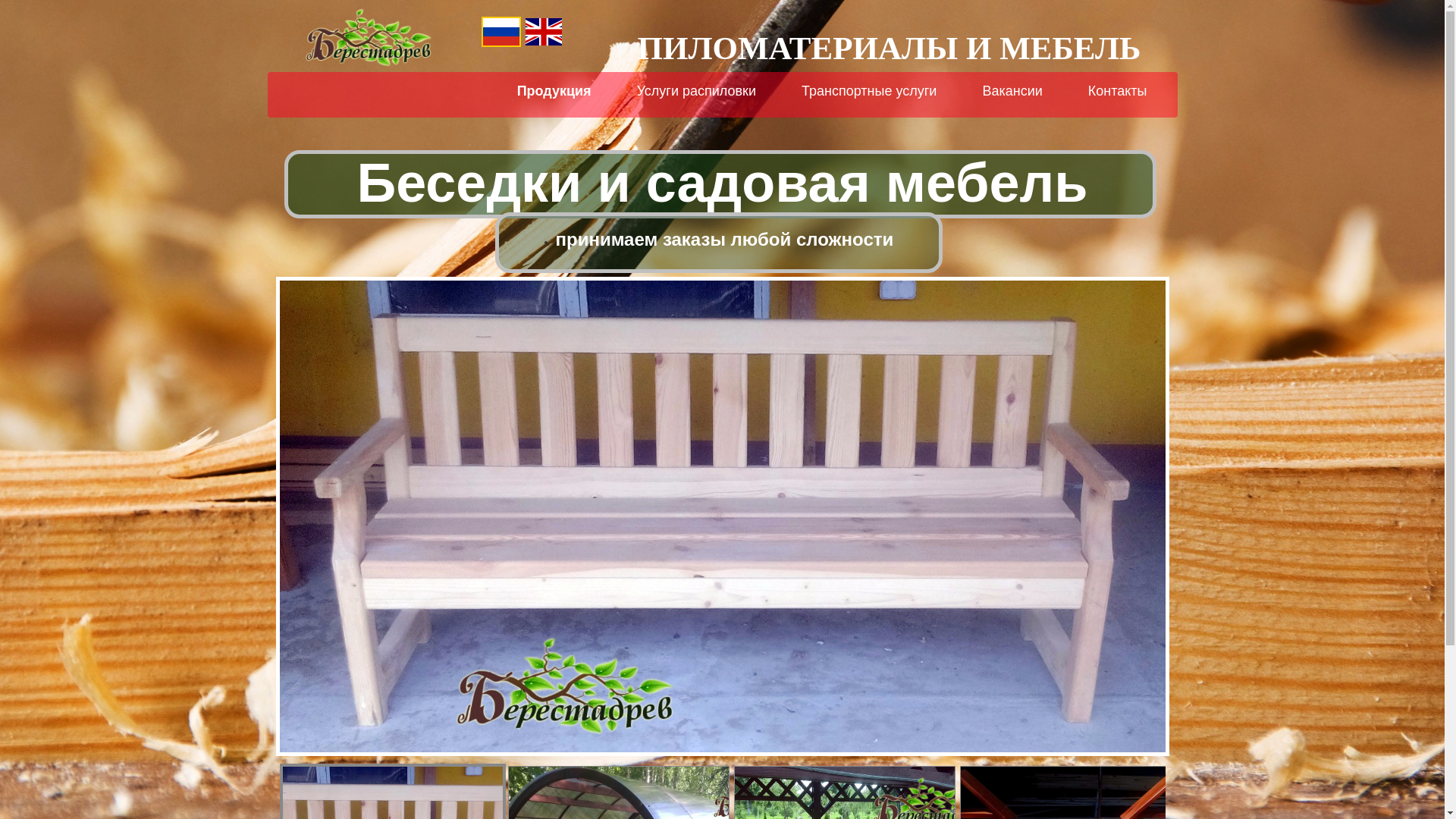  Describe the element at coordinates (542, 32) in the screenshot. I see `'English'` at that location.